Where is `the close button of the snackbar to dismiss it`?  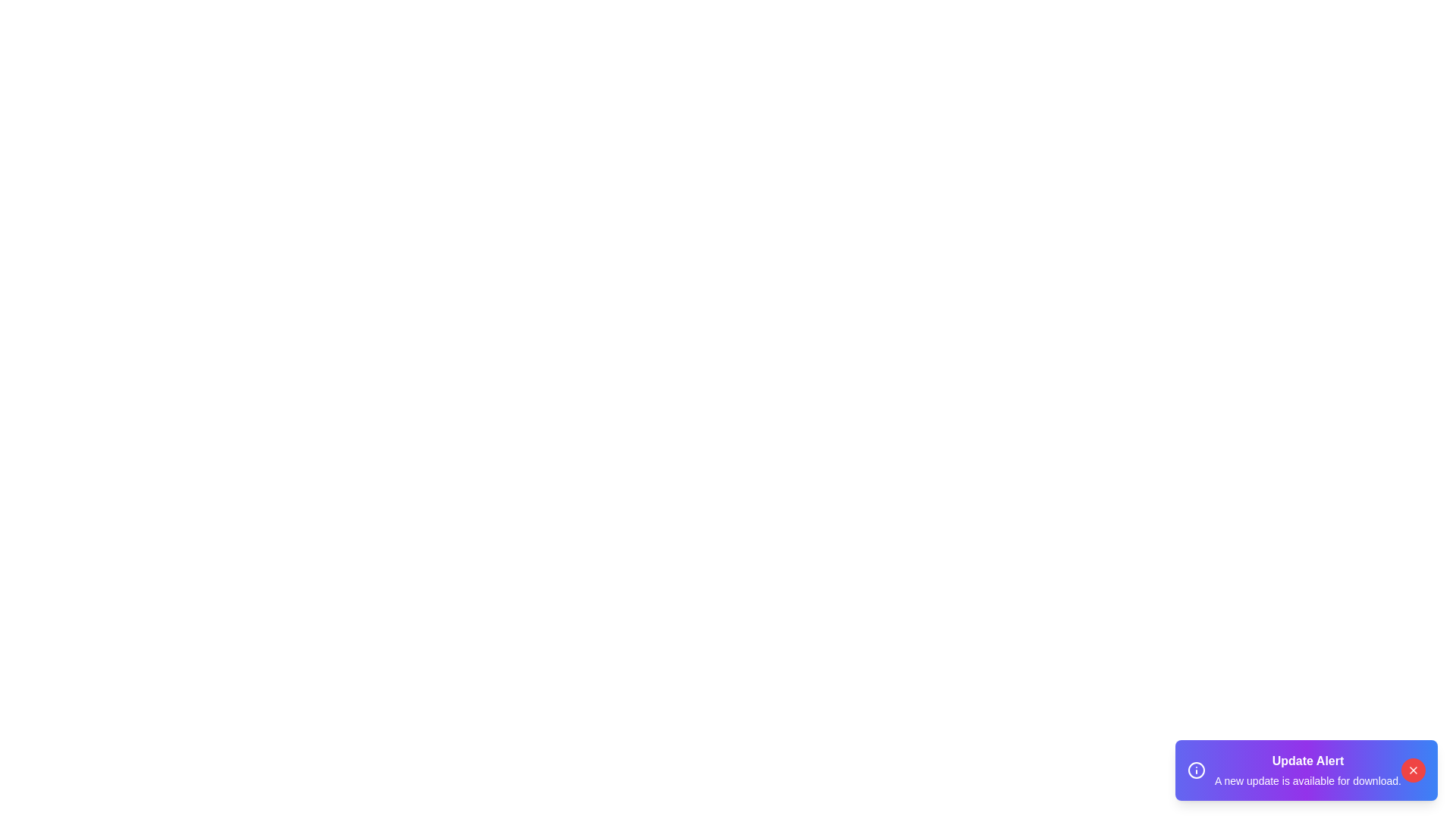
the close button of the snackbar to dismiss it is located at coordinates (1412, 770).